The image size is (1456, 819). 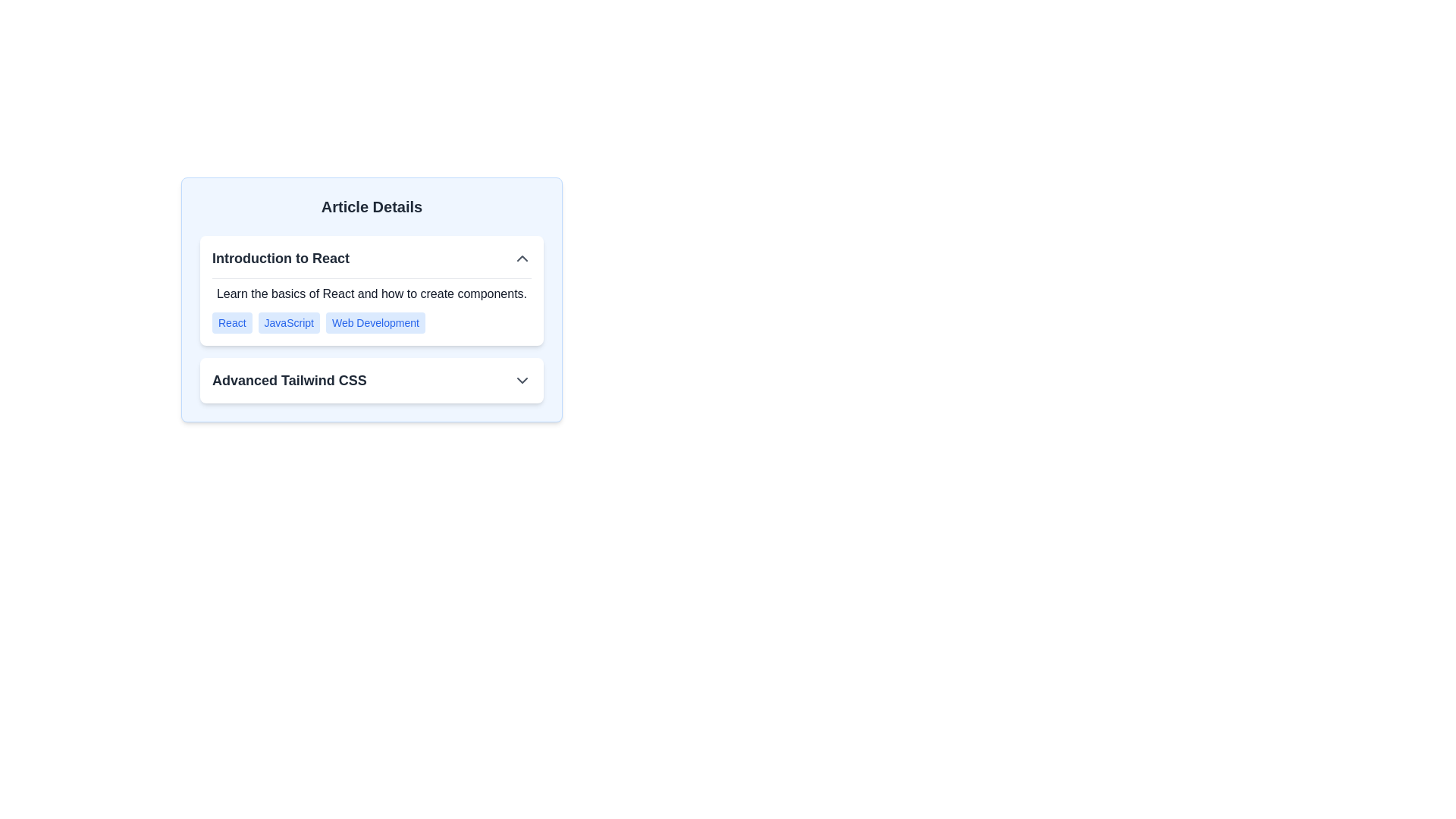 I want to click on the tag set consisting of labels 'React', 'JavaScript', and 'Web Development', which are styled as rounded boxes with a light blue background and blue text, located below the description text in the 'Article Details' card interface, so click(x=372, y=322).